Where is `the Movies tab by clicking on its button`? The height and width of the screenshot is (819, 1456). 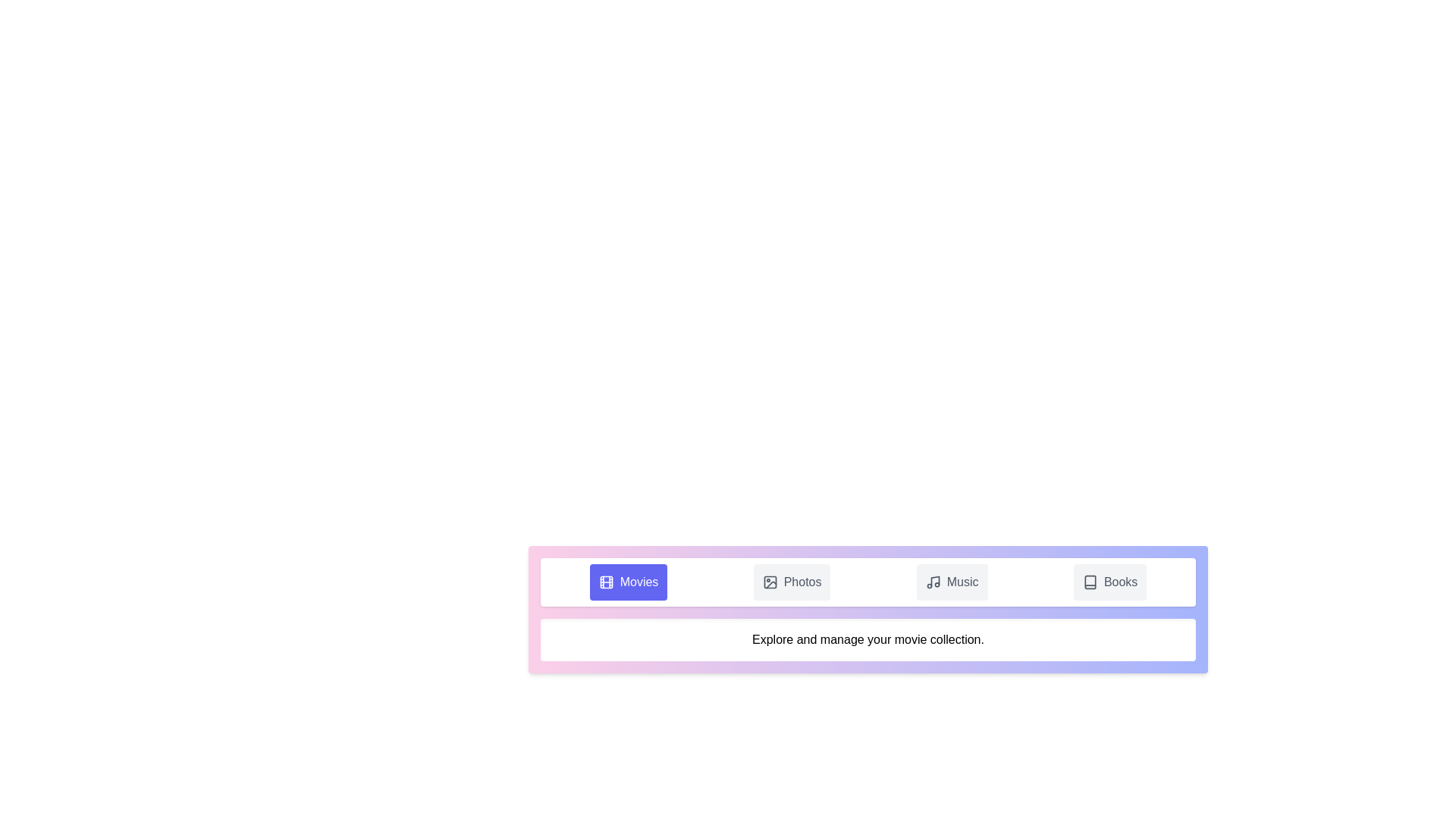 the Movies tab by clicking on its button is located at coordinates (629, 581).